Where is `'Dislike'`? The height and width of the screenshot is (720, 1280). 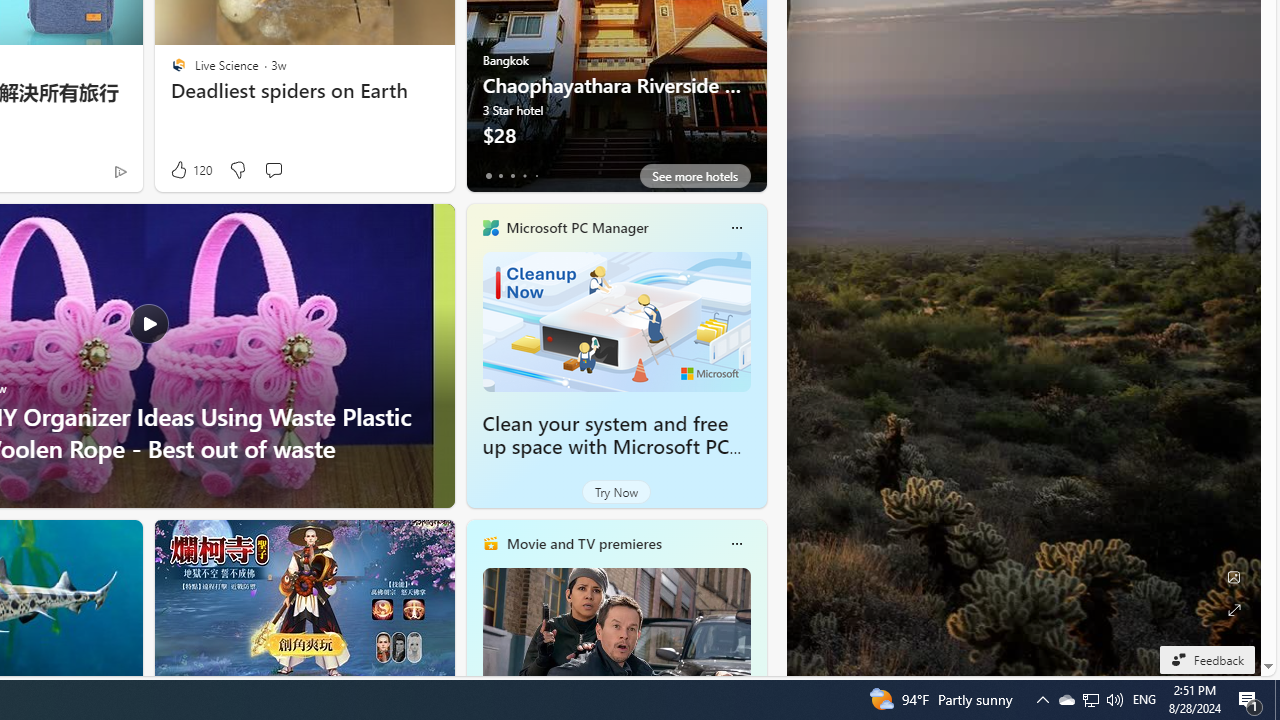 'Dislike' is located at coordinates (237, 169).